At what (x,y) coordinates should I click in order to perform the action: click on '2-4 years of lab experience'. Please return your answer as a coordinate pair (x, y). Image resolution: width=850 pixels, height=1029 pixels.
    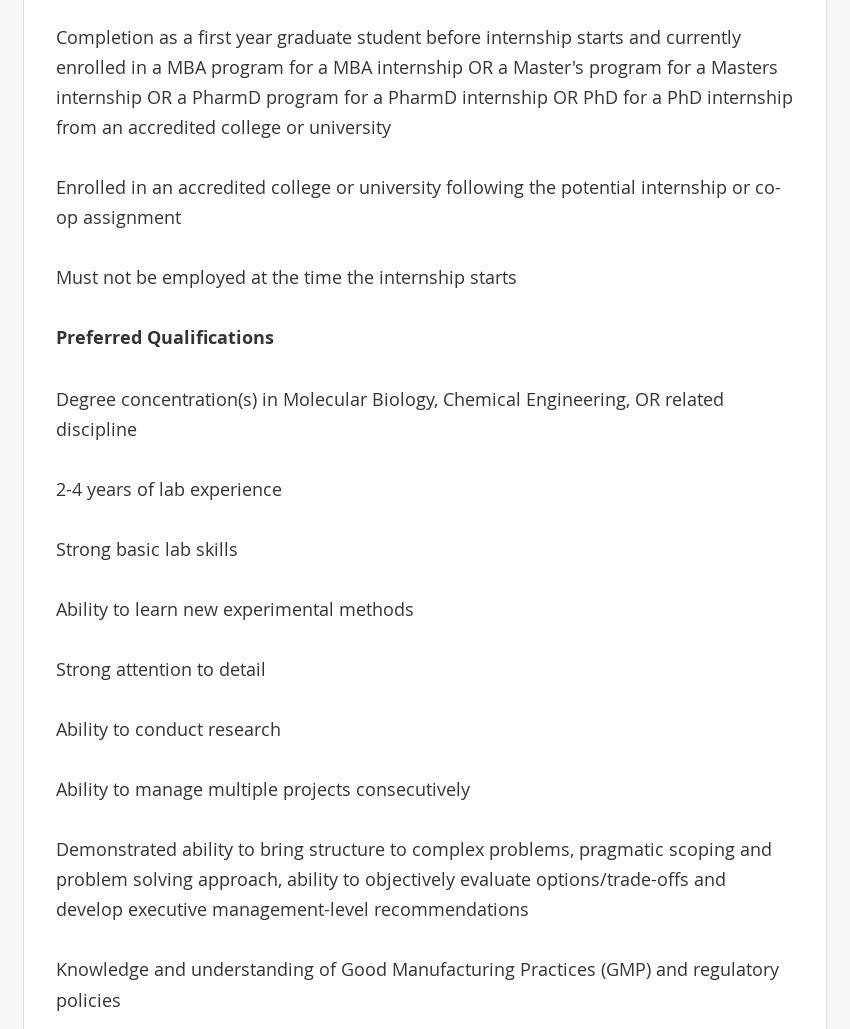
    Looking at the image, I should click on (167, 487).